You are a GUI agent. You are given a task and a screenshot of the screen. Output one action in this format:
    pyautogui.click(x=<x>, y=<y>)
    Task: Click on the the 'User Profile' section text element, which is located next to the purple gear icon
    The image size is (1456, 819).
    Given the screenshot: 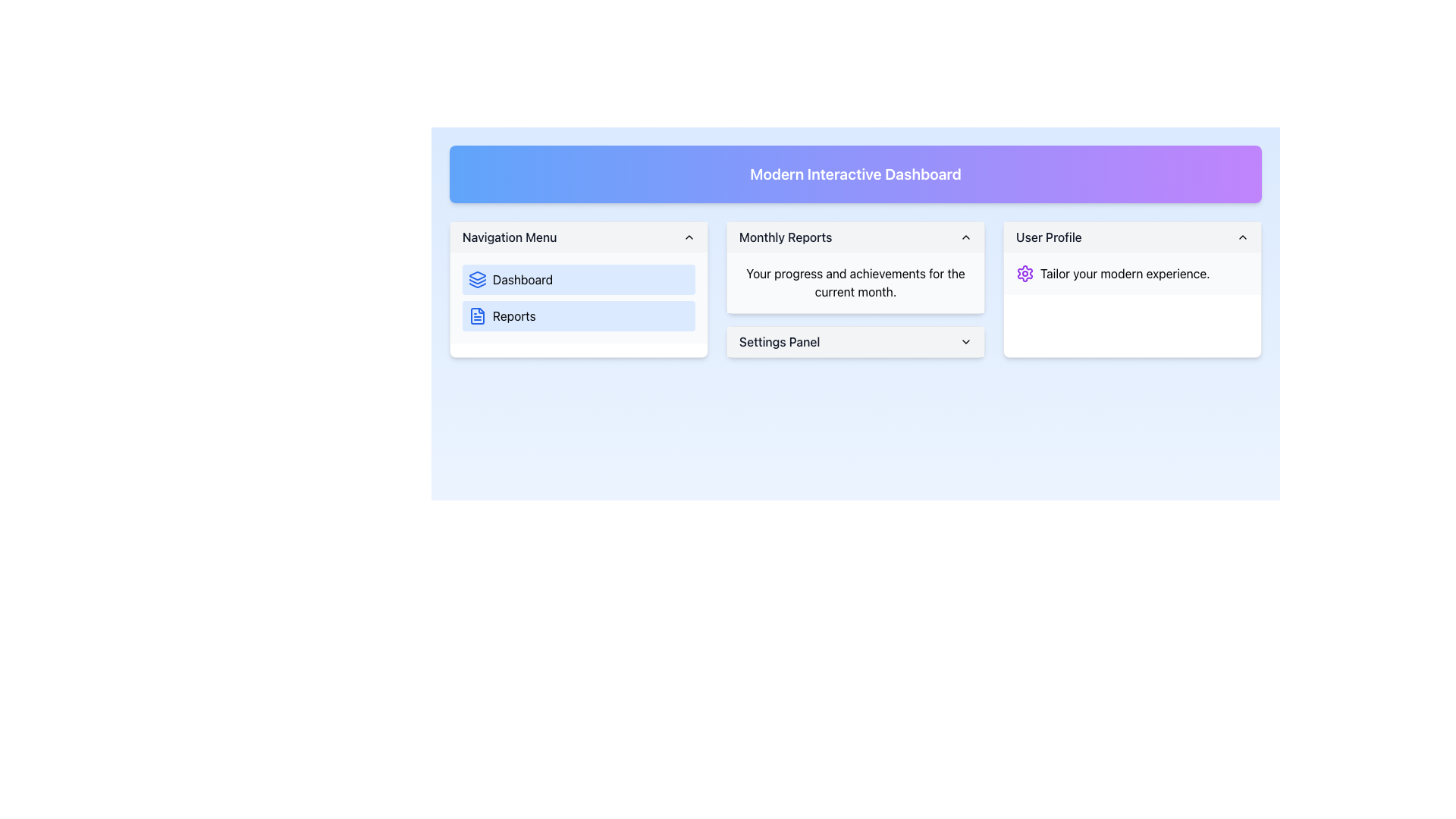 What is the action you would take?
    pyautogui.click(x=1132, y=274)
    